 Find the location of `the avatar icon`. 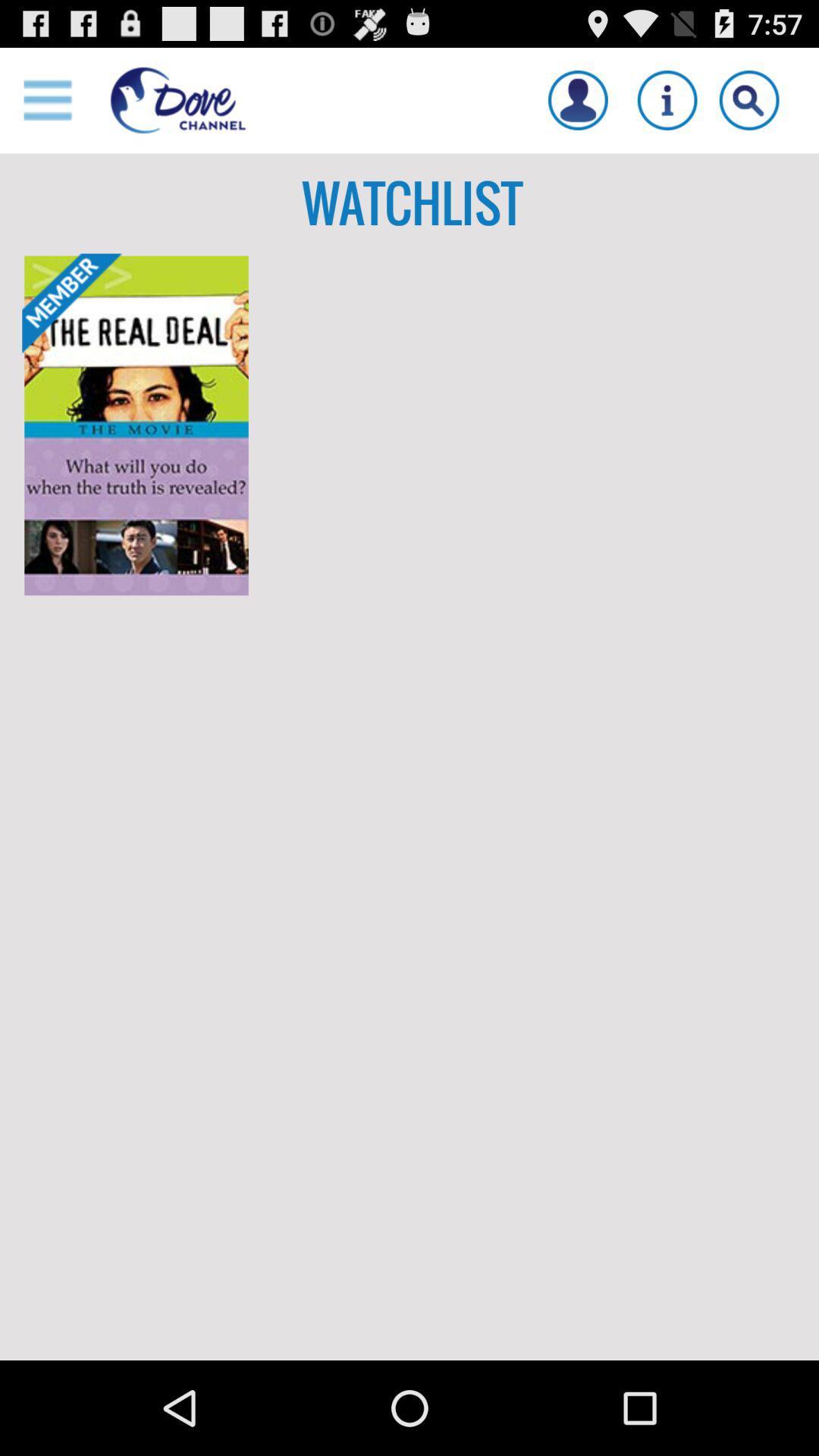

the avatar icon is located at coordinates (578, 106).